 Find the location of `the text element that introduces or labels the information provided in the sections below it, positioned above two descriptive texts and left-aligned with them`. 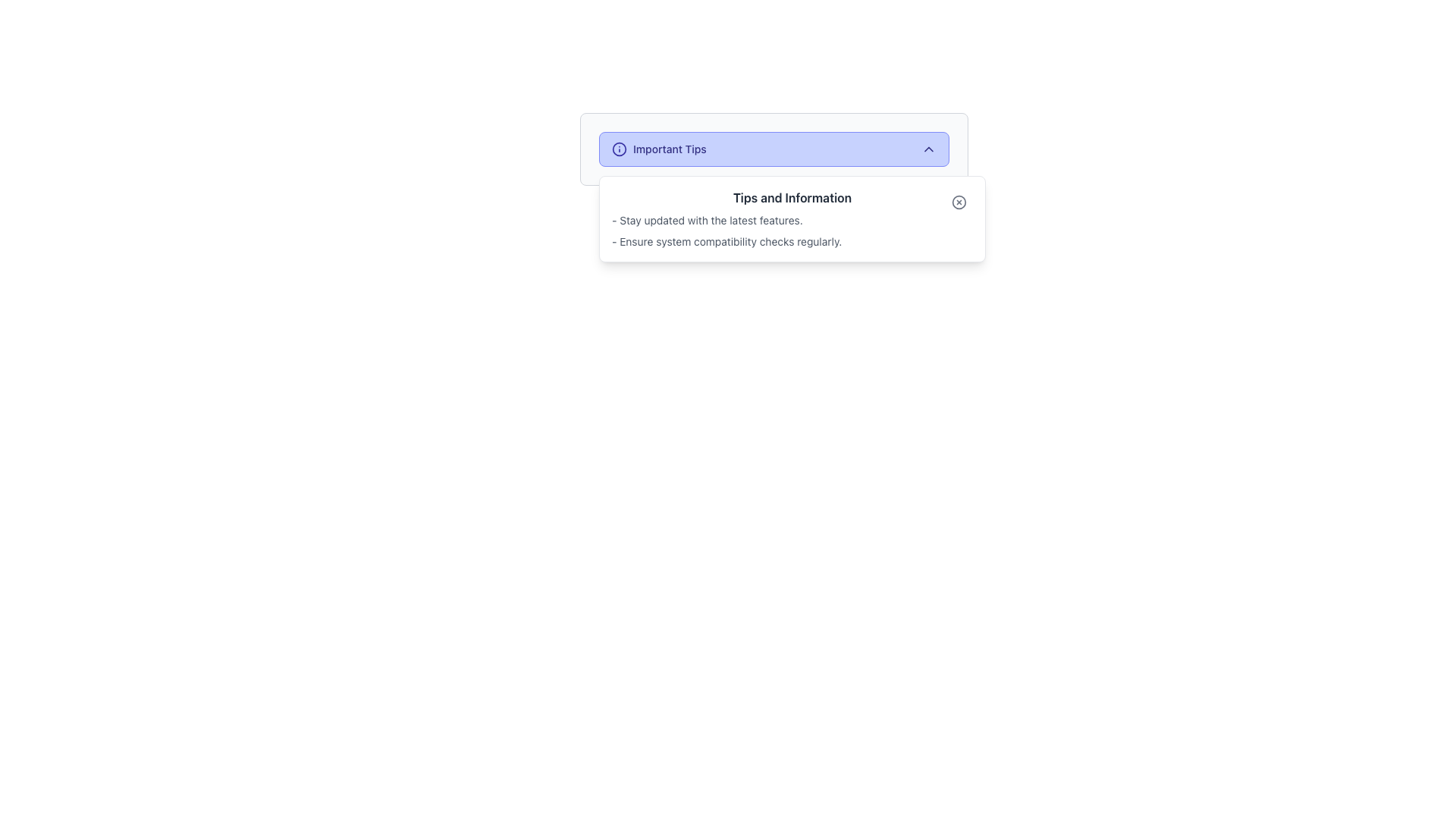

the text element that introduces or labels the information provided in the sections below it, positioned above two descriptive texts and left-aligned with them is located at coordinates (792, 197).